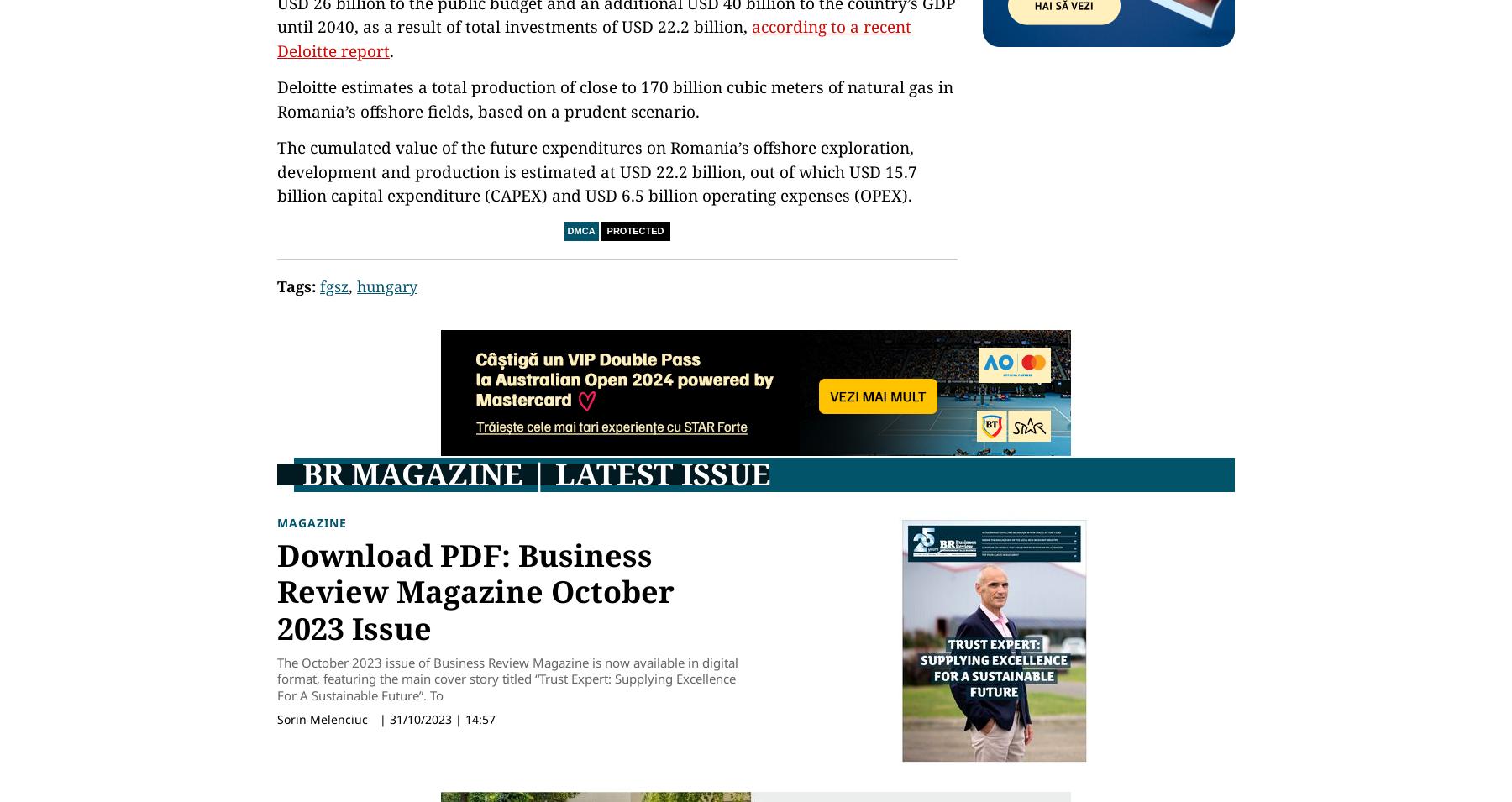 The image size is (1512, 802). I want to click on '|', so click(381, 719).